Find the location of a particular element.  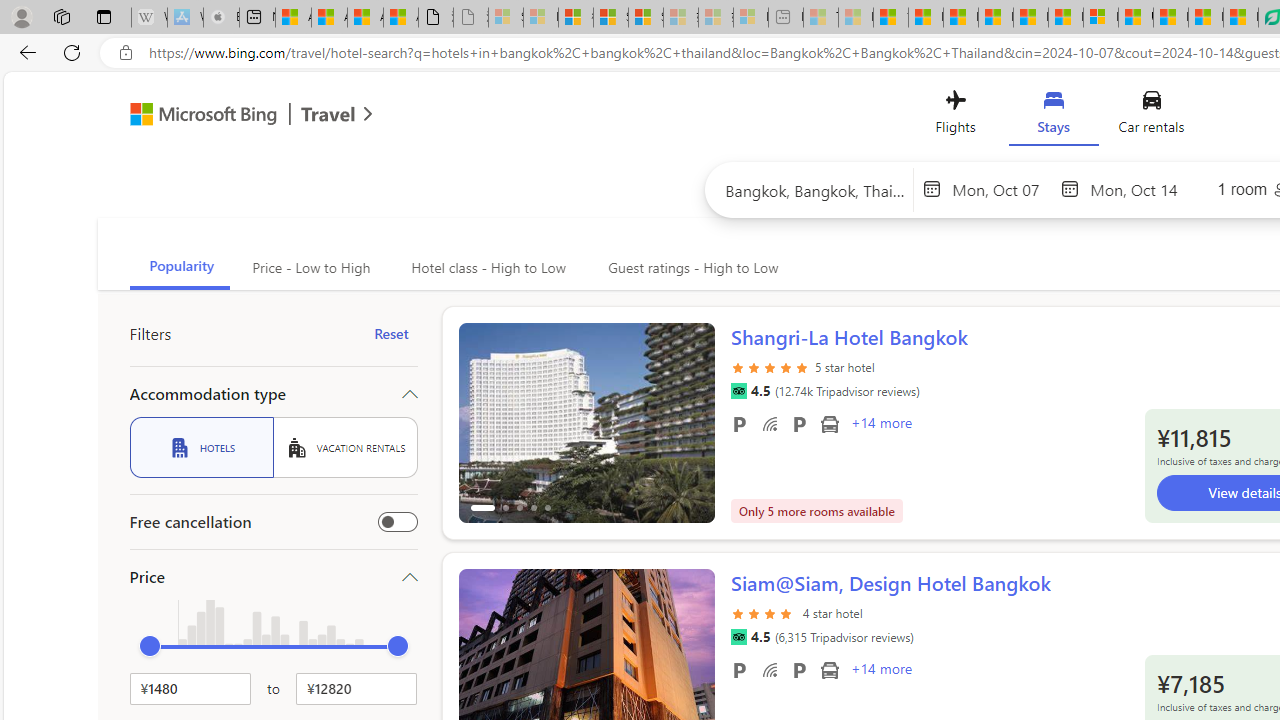

'Top Stories - MSN - Sleeping' is located at coordinates (821, 17).